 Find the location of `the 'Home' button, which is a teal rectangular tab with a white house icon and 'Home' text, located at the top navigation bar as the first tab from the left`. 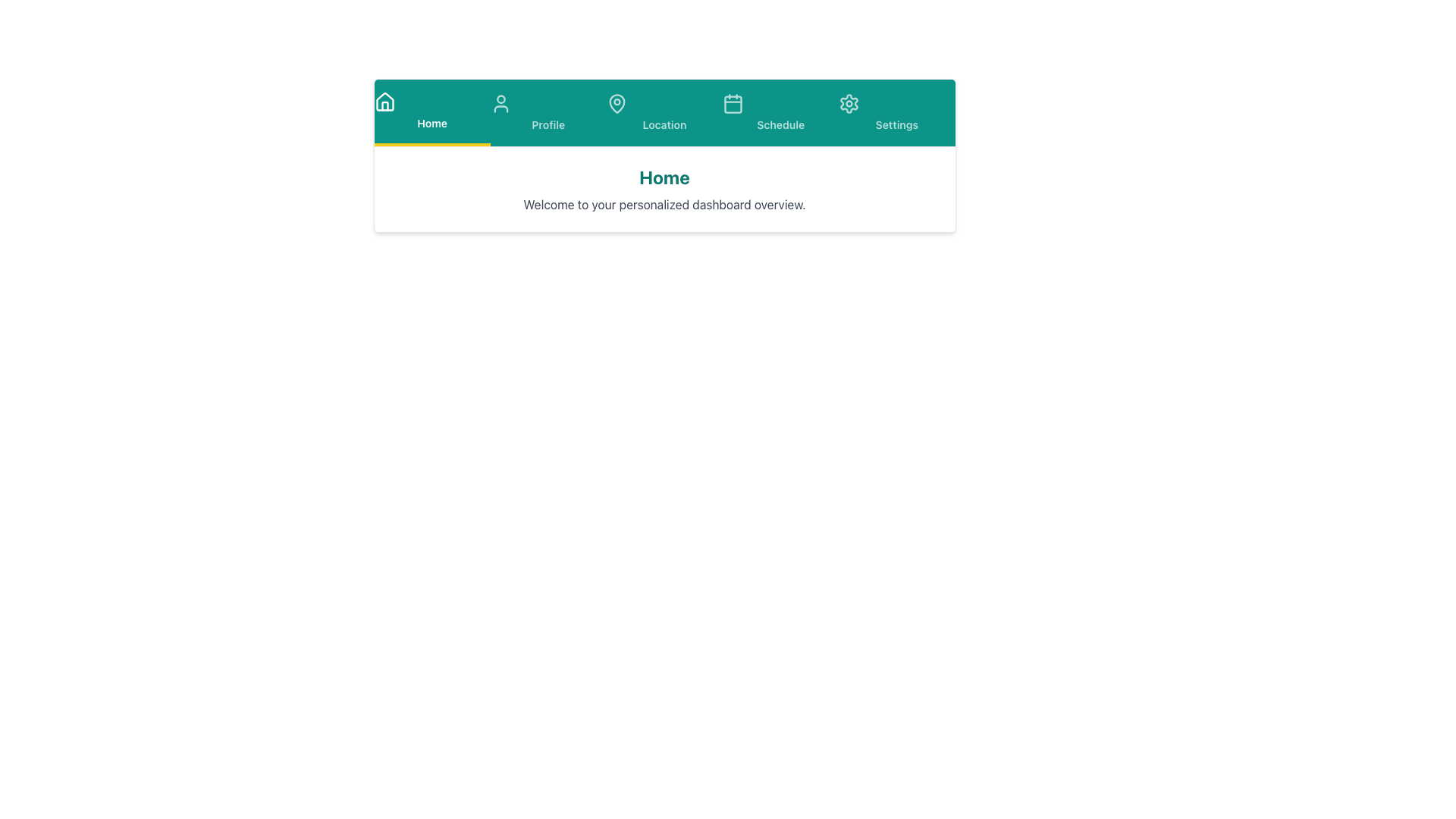

the 'Home' button, which is a teal rectangular tab with a white house icon and 'Home' text, located at the top navigation bar as the first tab from the left is located at coordinates (431, 112).